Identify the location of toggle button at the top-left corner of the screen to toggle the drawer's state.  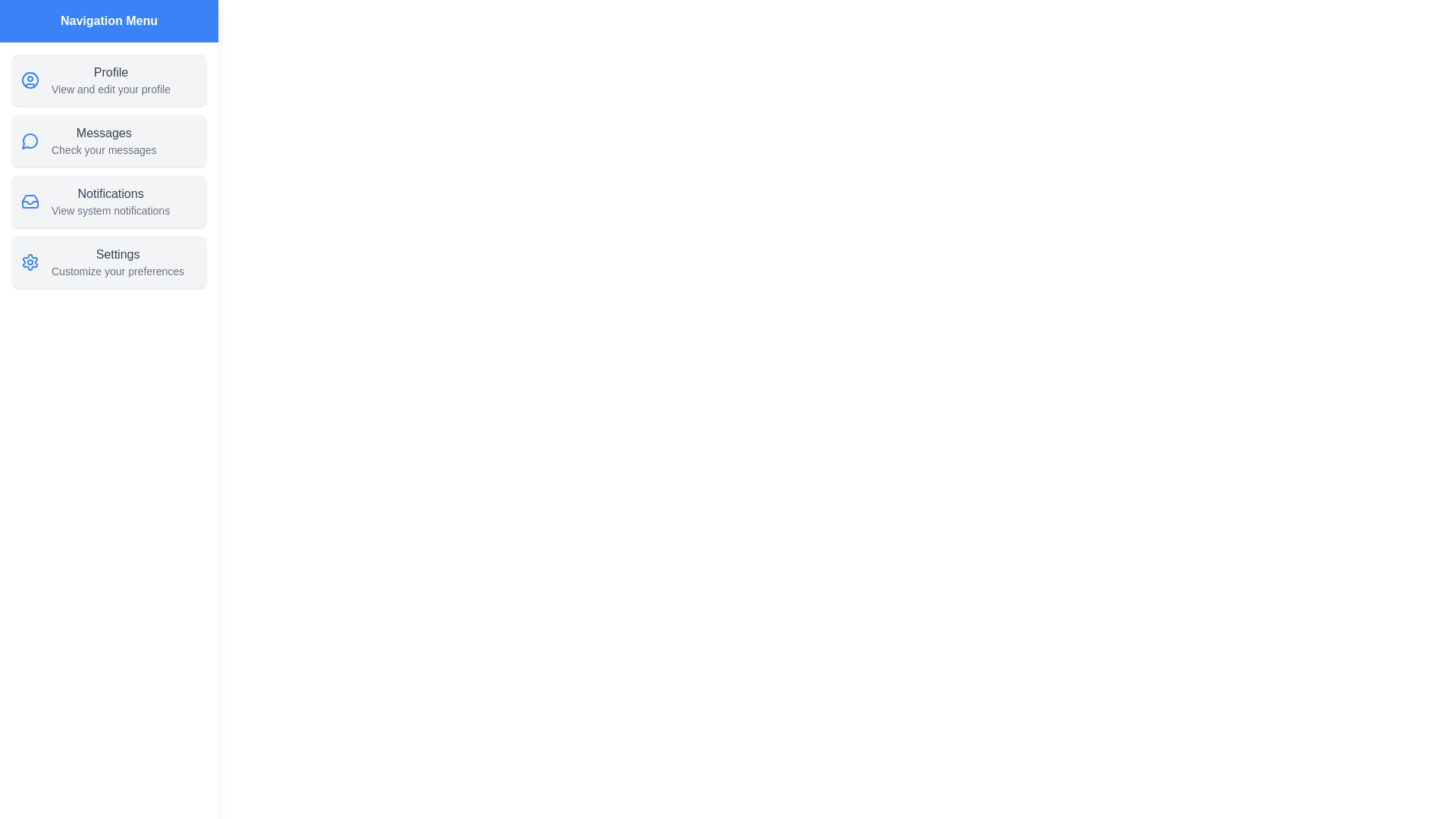
(30, 30).